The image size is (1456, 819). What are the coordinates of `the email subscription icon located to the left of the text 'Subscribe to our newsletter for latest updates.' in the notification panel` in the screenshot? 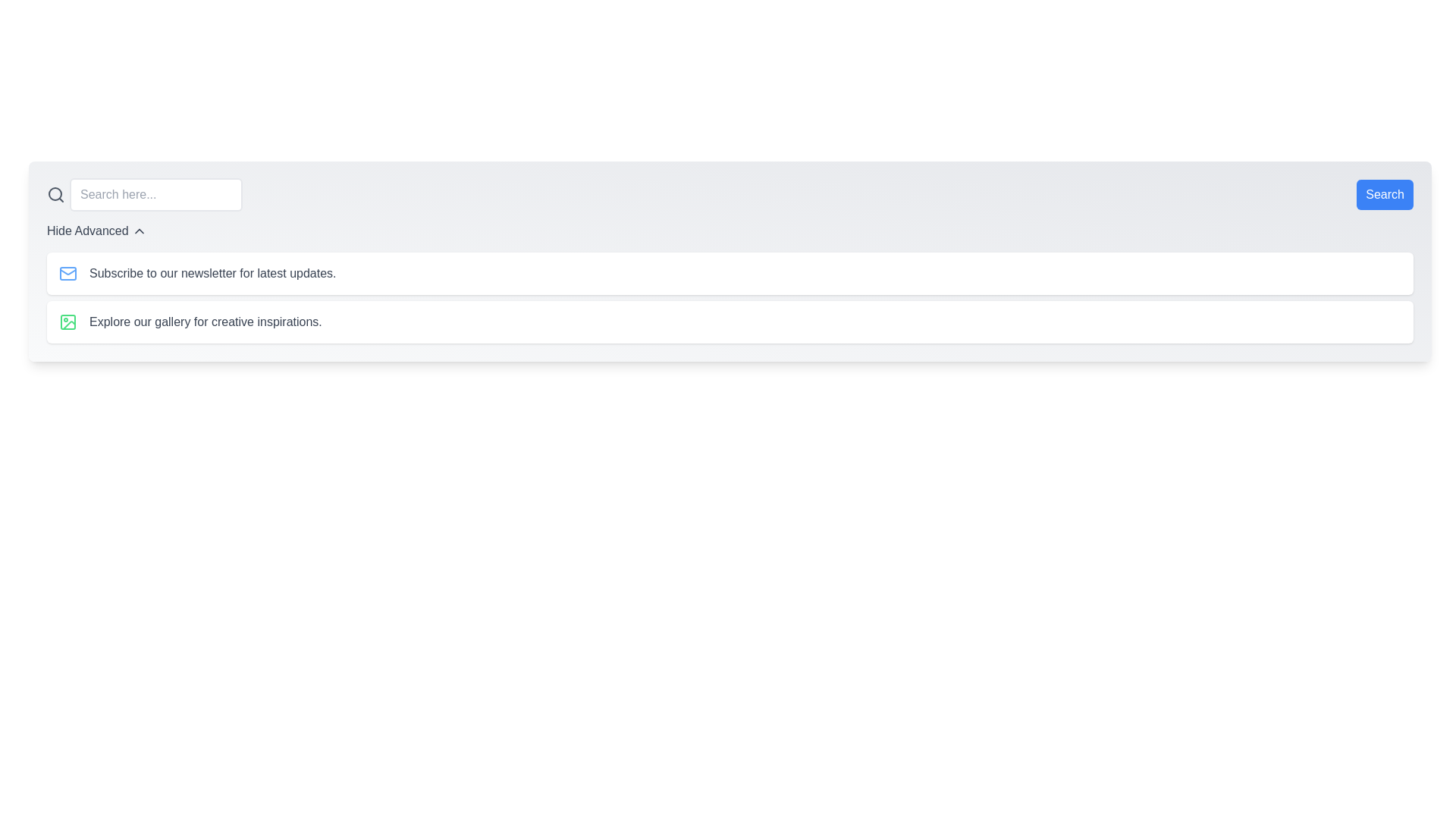 It's located at (67, 274).